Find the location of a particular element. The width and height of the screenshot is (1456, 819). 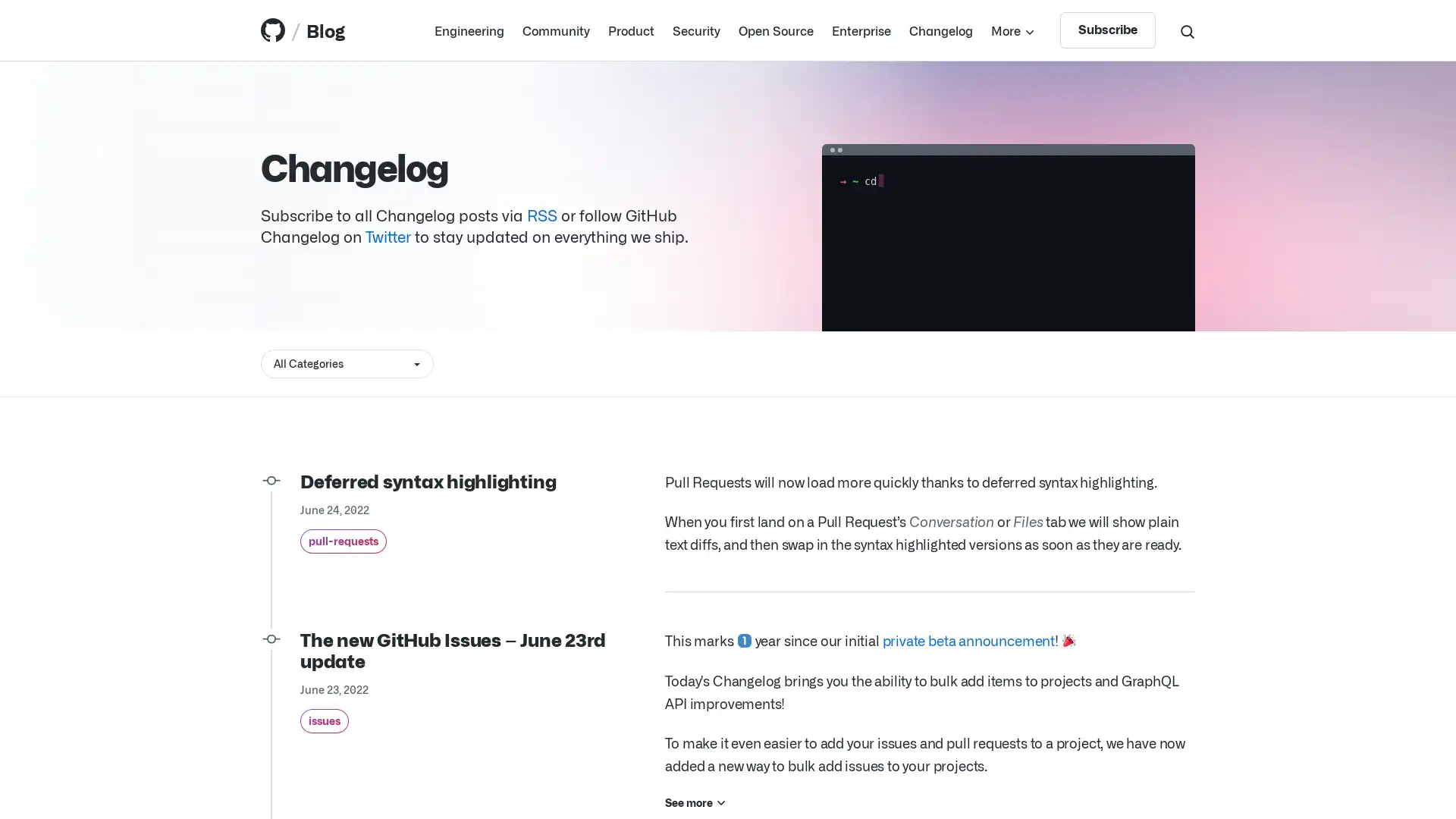

Search toggle is located at coordinates (1186, 29).